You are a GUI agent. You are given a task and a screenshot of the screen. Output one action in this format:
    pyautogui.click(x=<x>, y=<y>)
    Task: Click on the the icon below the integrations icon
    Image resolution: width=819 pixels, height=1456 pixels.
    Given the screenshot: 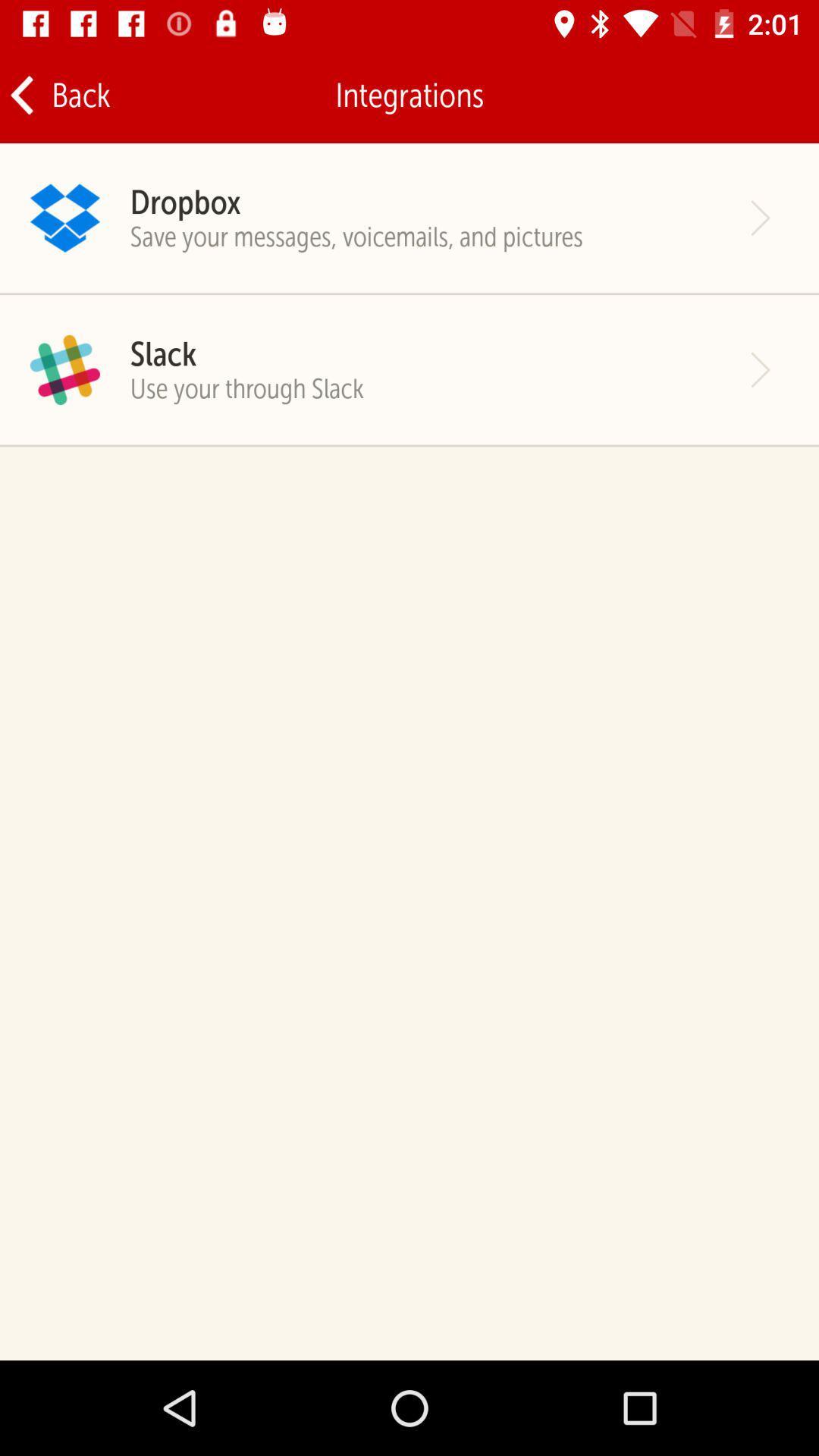 What is the action you would take?
    pyautogui.click(x=184, y=201)
    